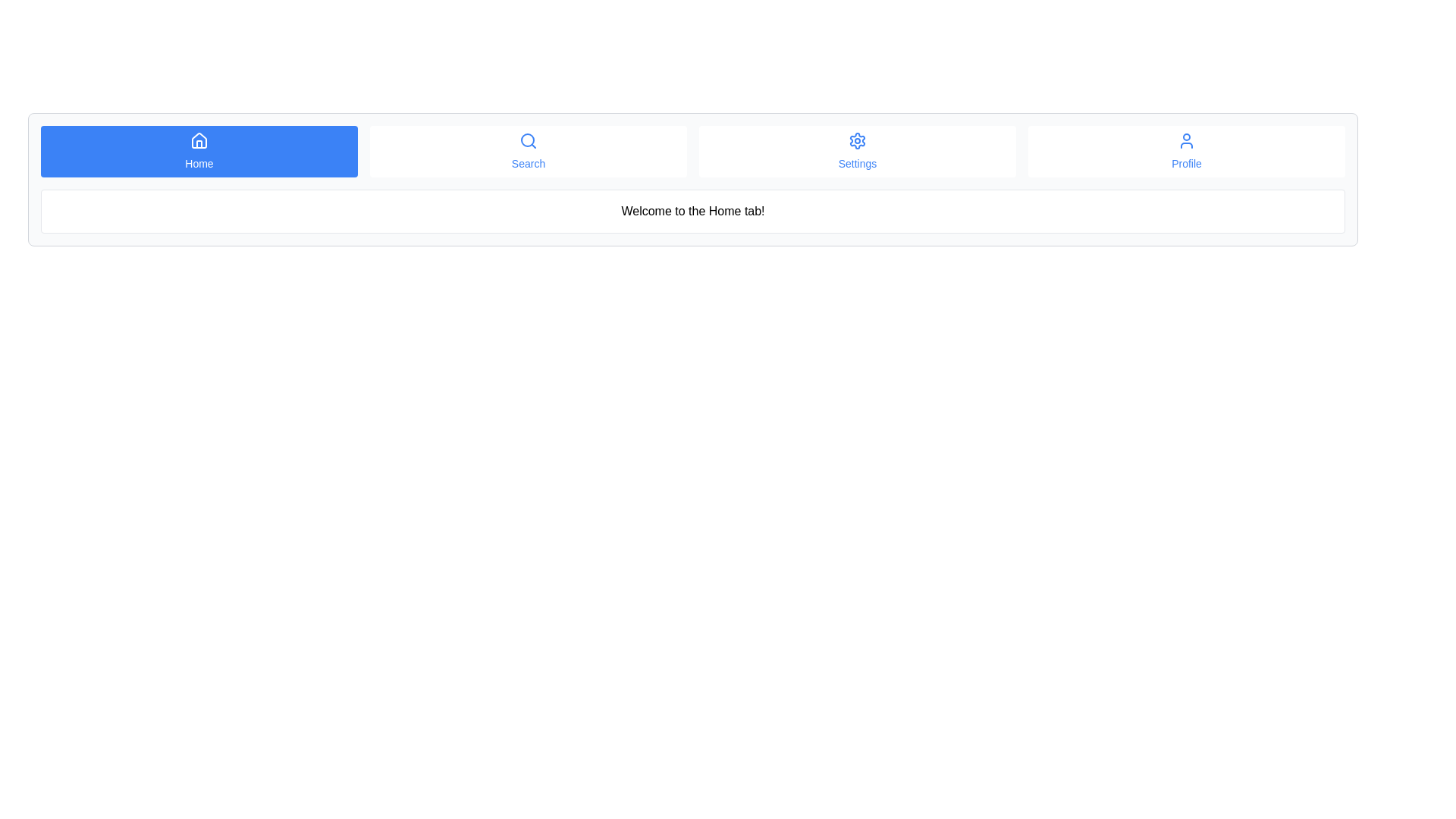 The height and width of the screenshot is (819, 1456). Describe the element at coordinates (199, 152) in the screenshot. I see `the 'Home' button in the navigation bar` at that location.